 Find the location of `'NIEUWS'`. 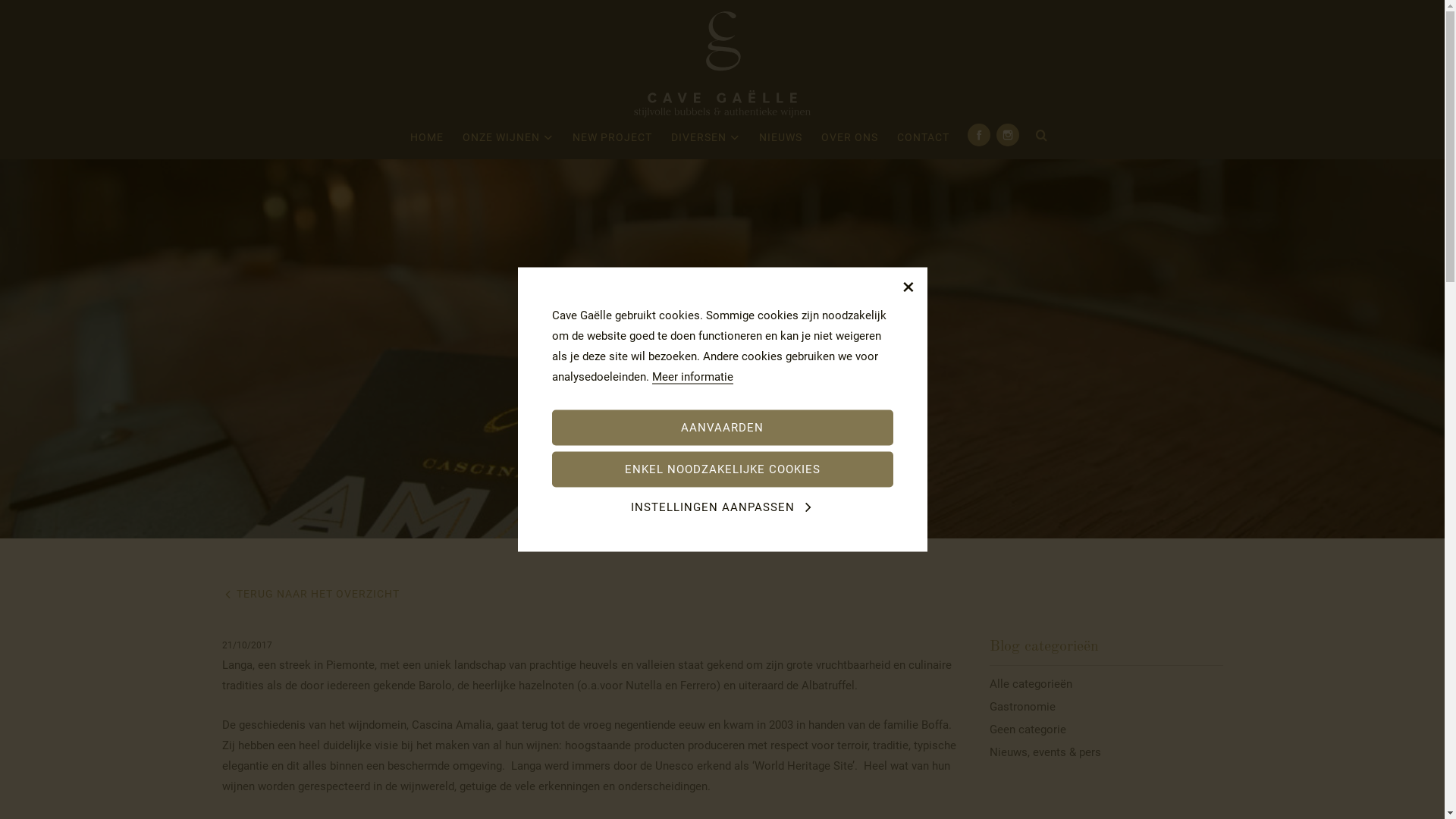

'NIEUWS' is located at coordinates (780, 140).